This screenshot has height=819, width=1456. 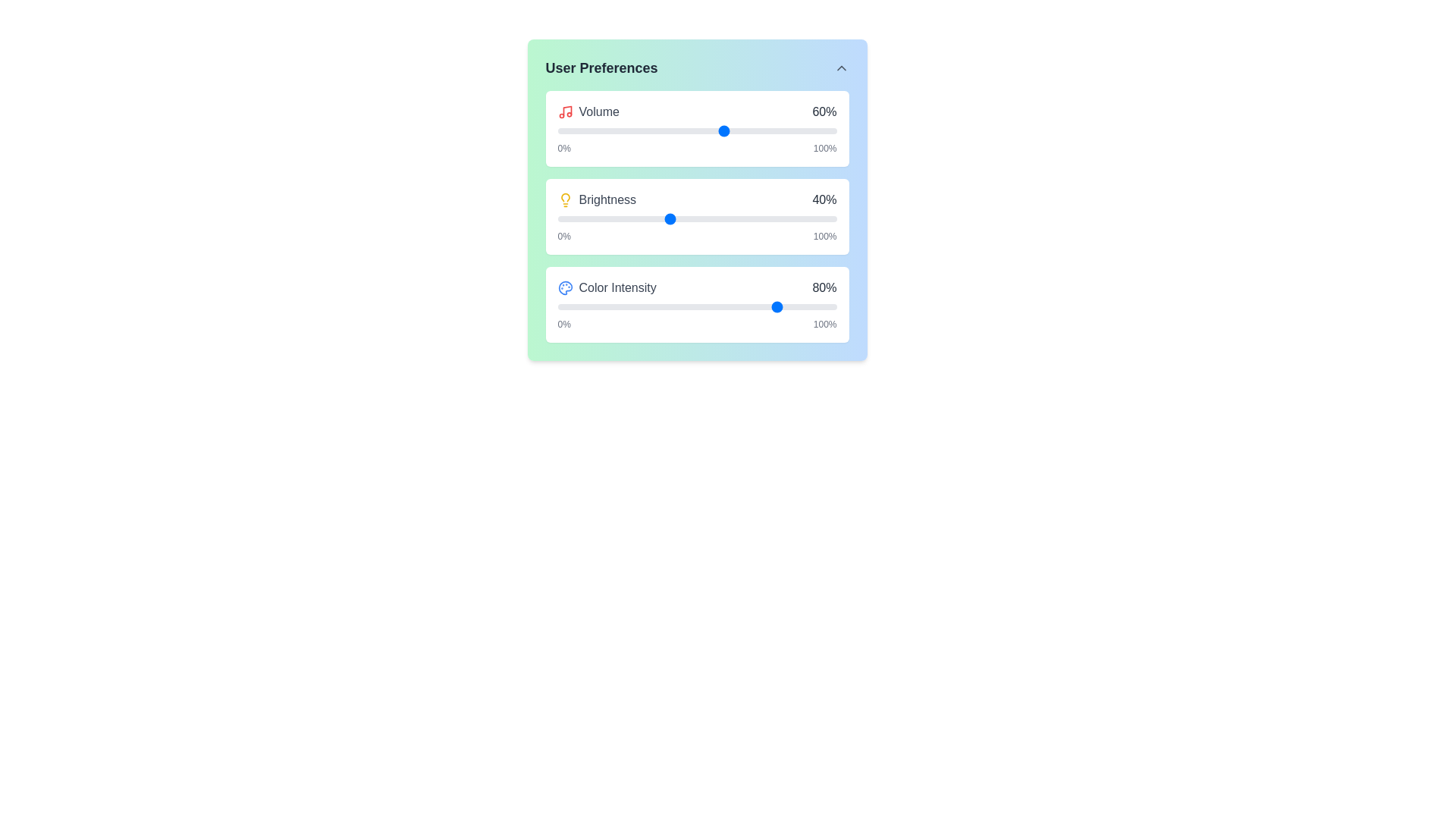 I want to click on the text label displaying '100%' located at the far right side of the control, styled in a small, light-colored font, so click(x=824, y=149).